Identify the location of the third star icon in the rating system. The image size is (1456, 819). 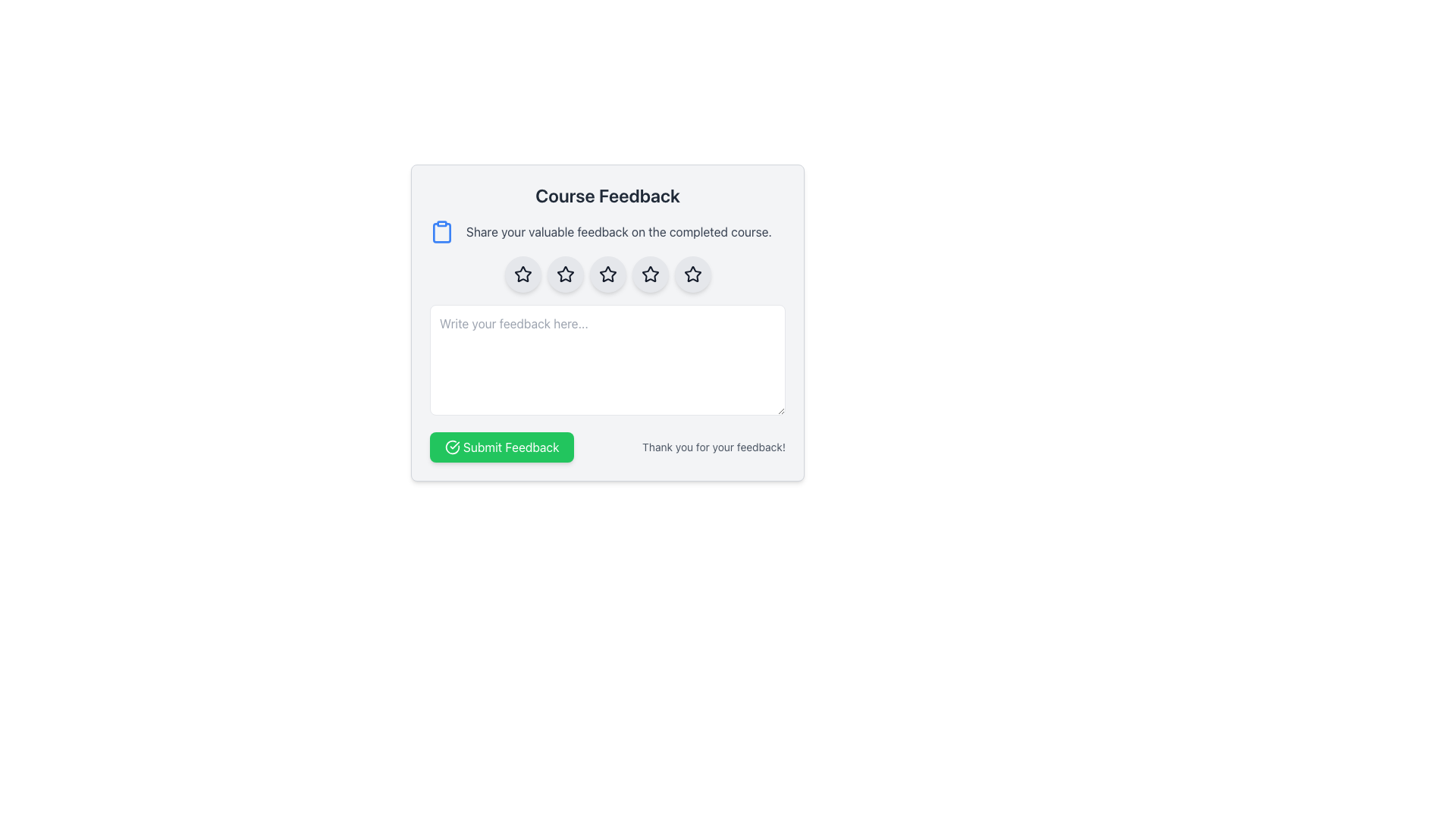
(607, 274).